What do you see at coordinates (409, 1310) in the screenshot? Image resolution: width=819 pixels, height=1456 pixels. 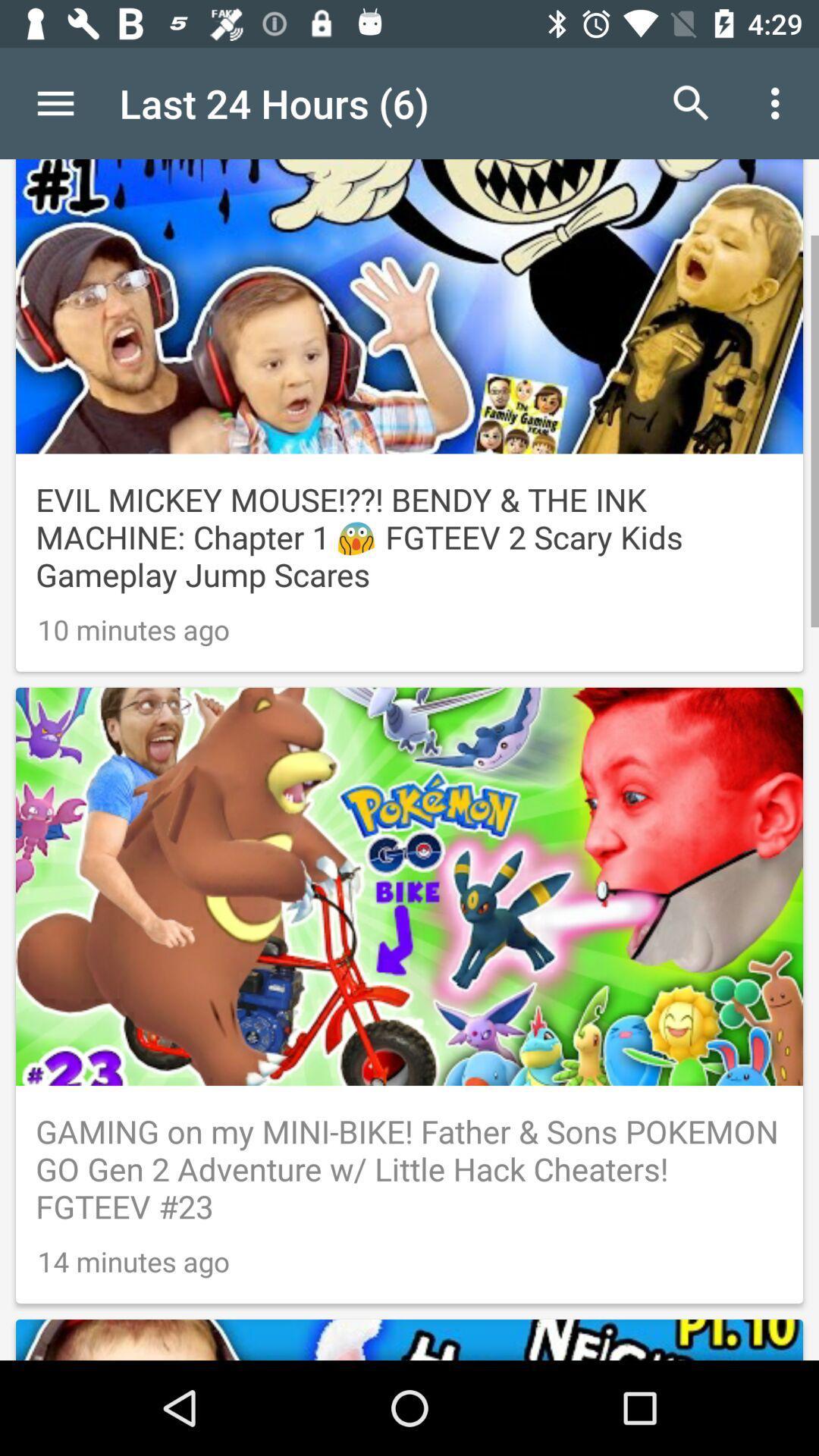 I see `advertisement` at bounding box center [409, 1310].